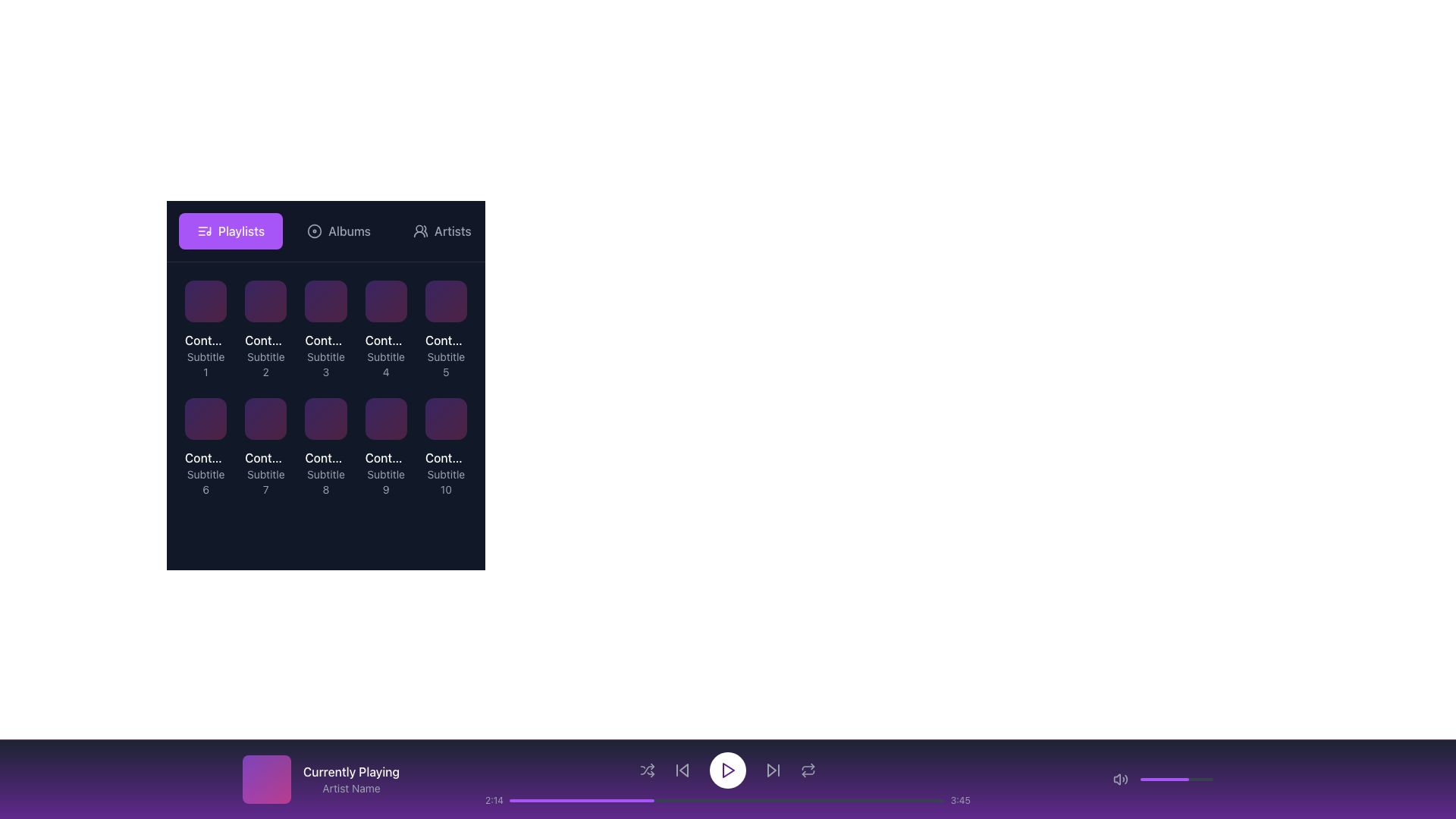  What do you see at coordinates (386, 301) in the screenshot?
I see `the fourth card` at bounding box center [386, 301].